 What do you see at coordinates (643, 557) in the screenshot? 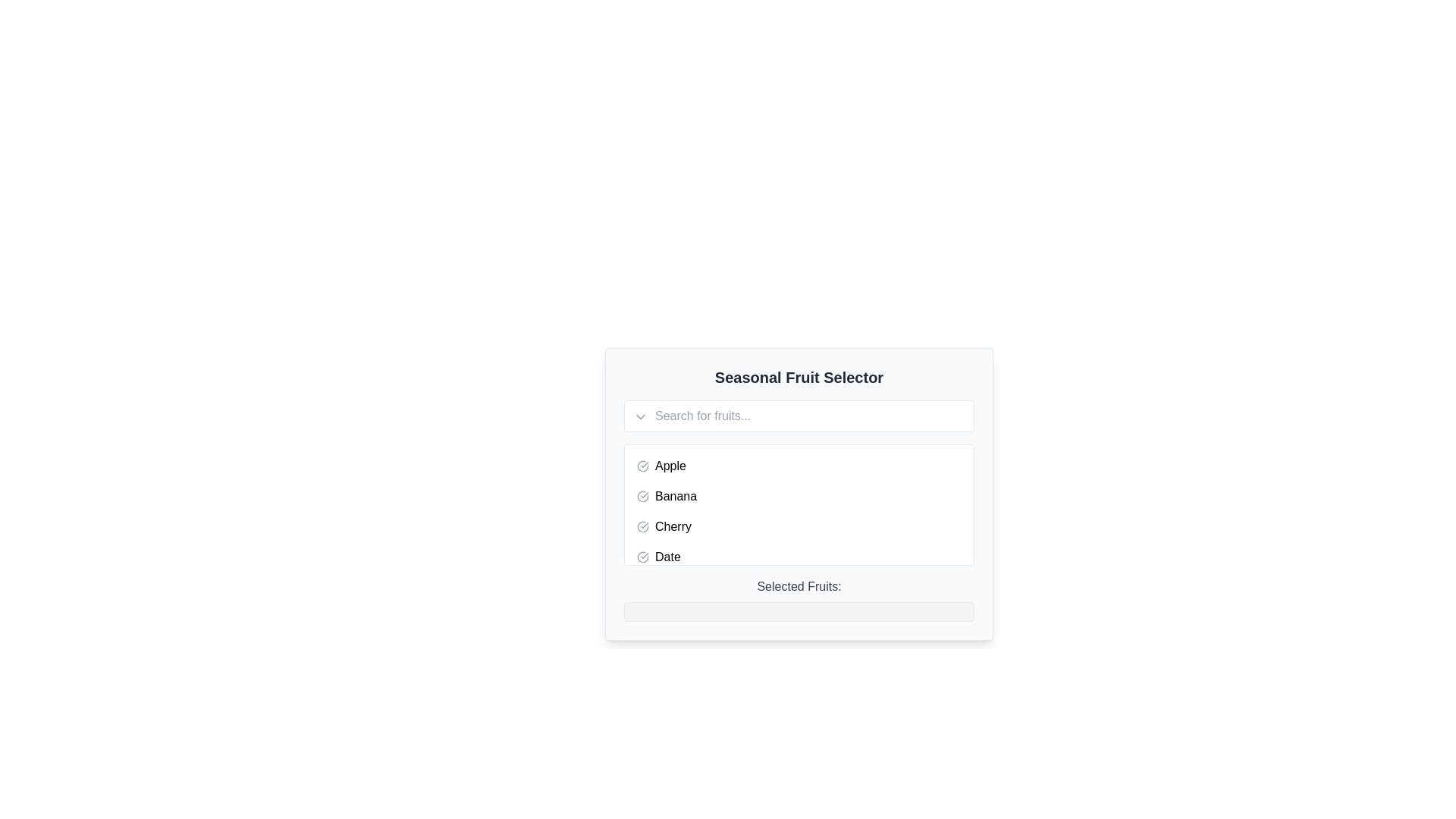
I see `the visual indicator icon for the 'Date' entry located in the 'Seasonal Fruit Selector' section, which is the fourth option in the selectable list` at bounding box center [643, 557].